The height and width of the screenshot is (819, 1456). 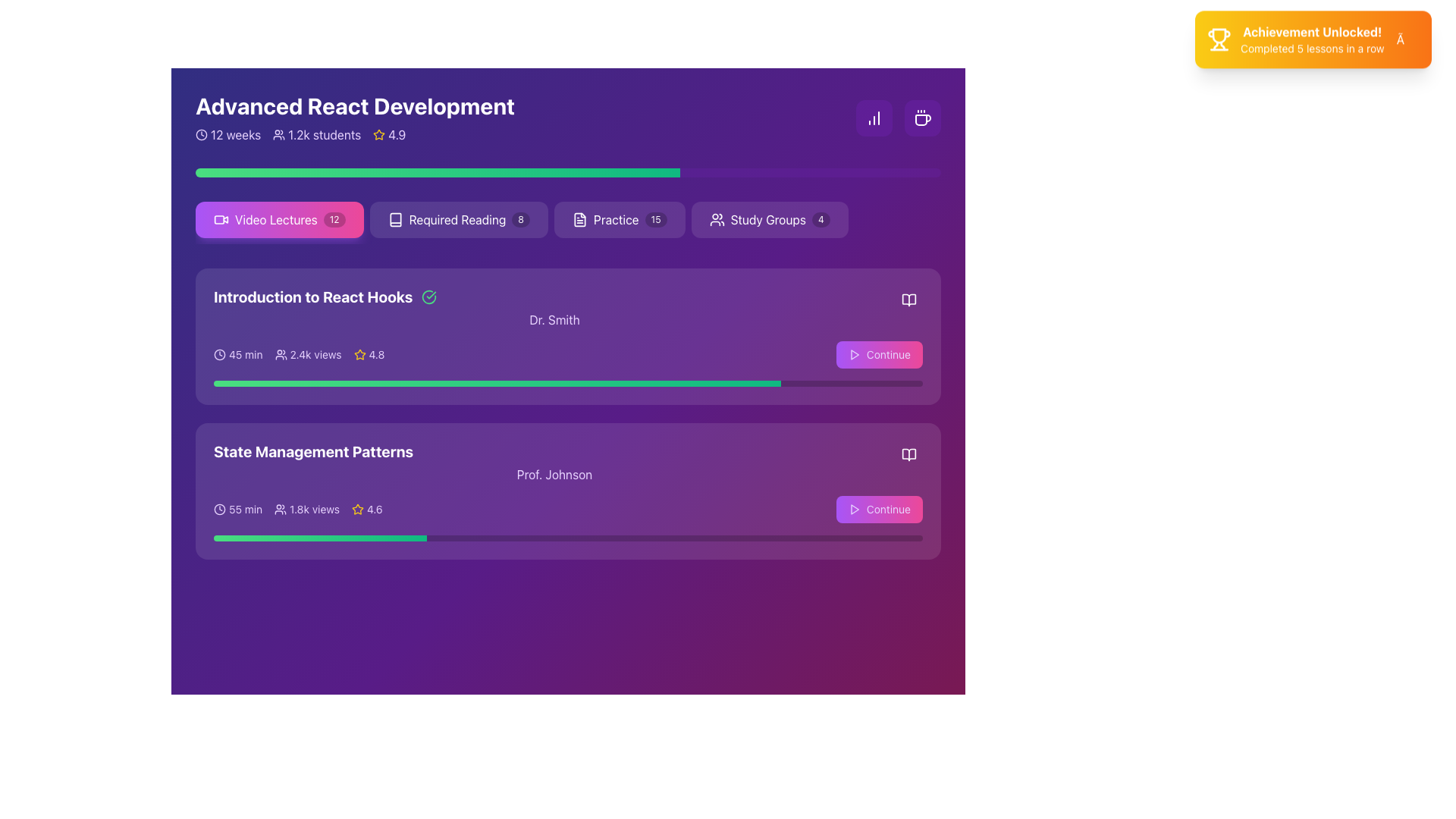 I want to click on slider value, so click(x=752, y=382).